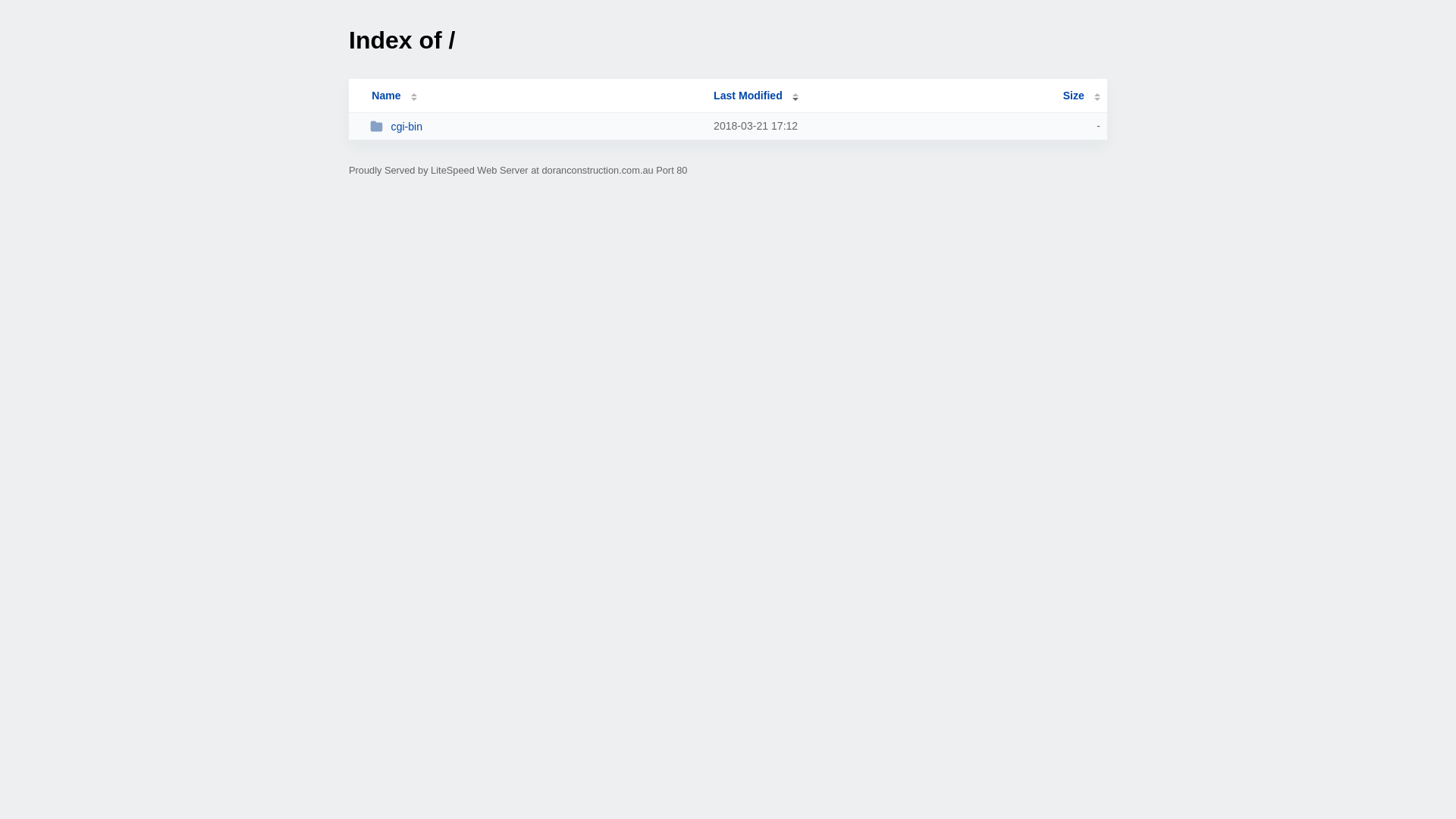 The width and height of the screenshot is (1456, 819). Describe the element at coordinates (1081, 96) in the screenshot. I see `'Size'` at that location.